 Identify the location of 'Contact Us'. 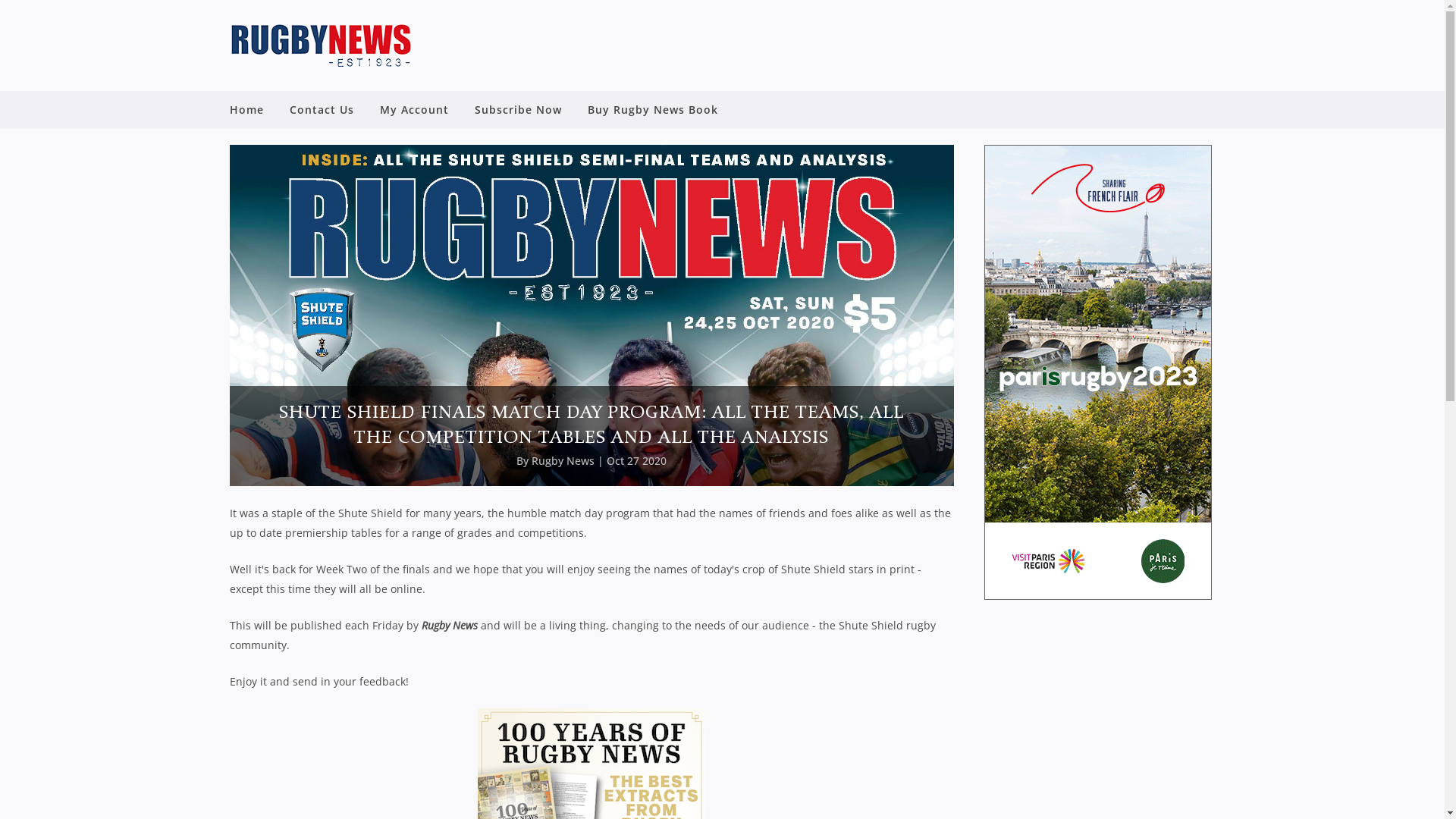
(320, 109).